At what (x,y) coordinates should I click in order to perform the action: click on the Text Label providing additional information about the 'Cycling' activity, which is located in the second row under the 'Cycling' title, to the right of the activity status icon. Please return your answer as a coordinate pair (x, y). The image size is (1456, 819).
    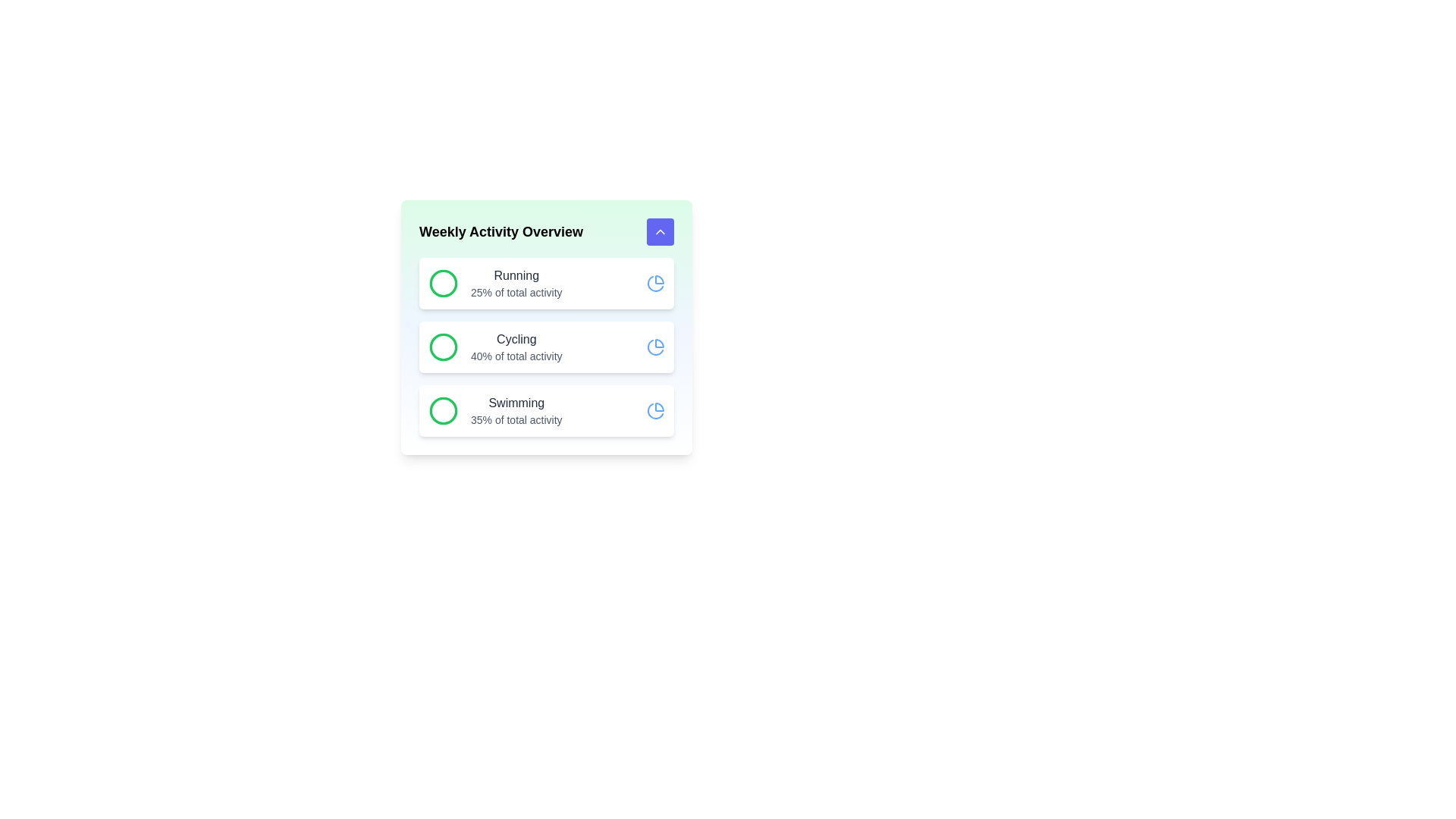
    Looking at the image, I should click on (516, 356).